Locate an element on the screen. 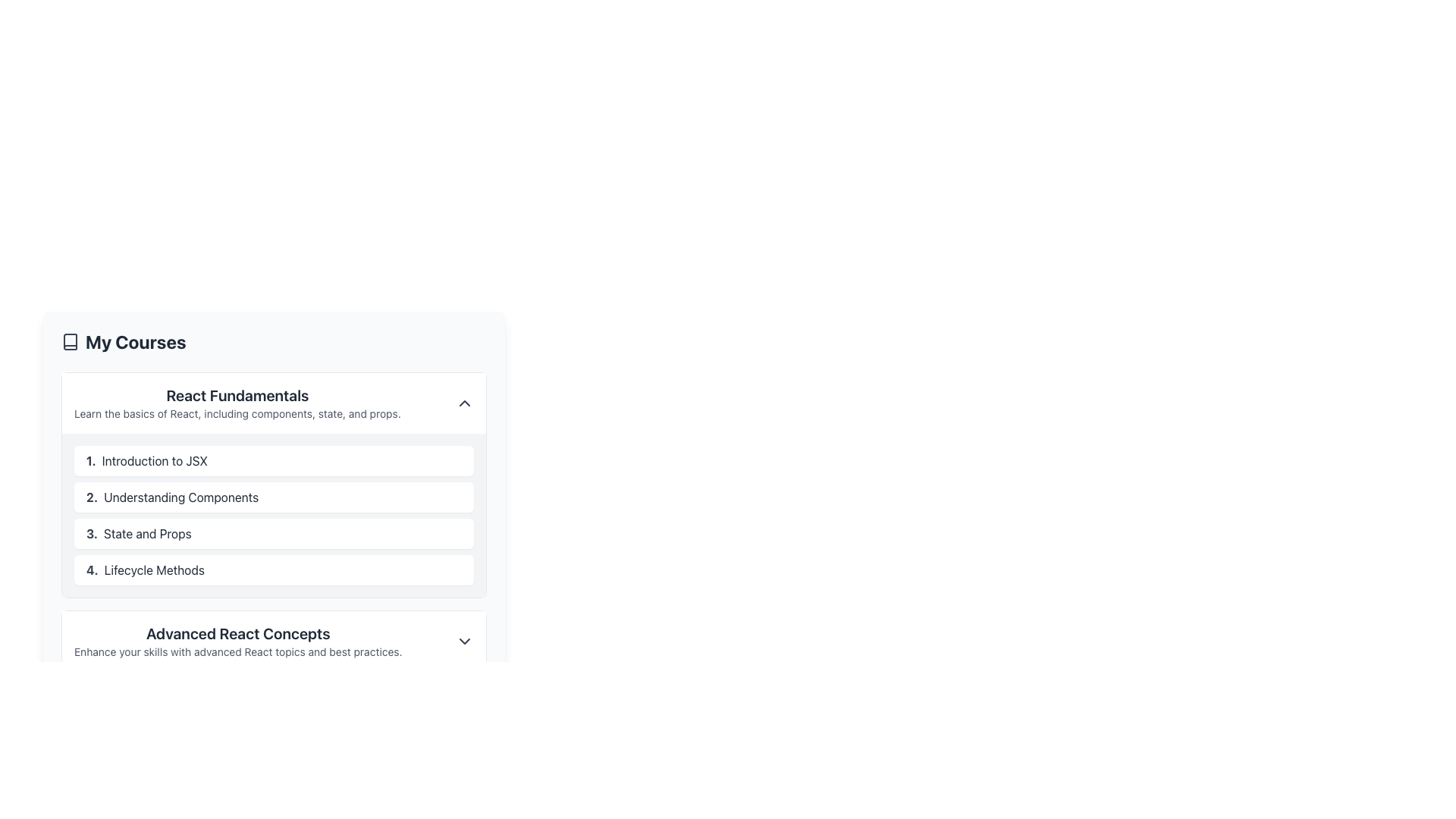  numerical index Text Label located at the far-left of the first list item in the 'React Fundamentals' section, preceding the text 'Introduction to JSX' is located at coordinates (90, 460).